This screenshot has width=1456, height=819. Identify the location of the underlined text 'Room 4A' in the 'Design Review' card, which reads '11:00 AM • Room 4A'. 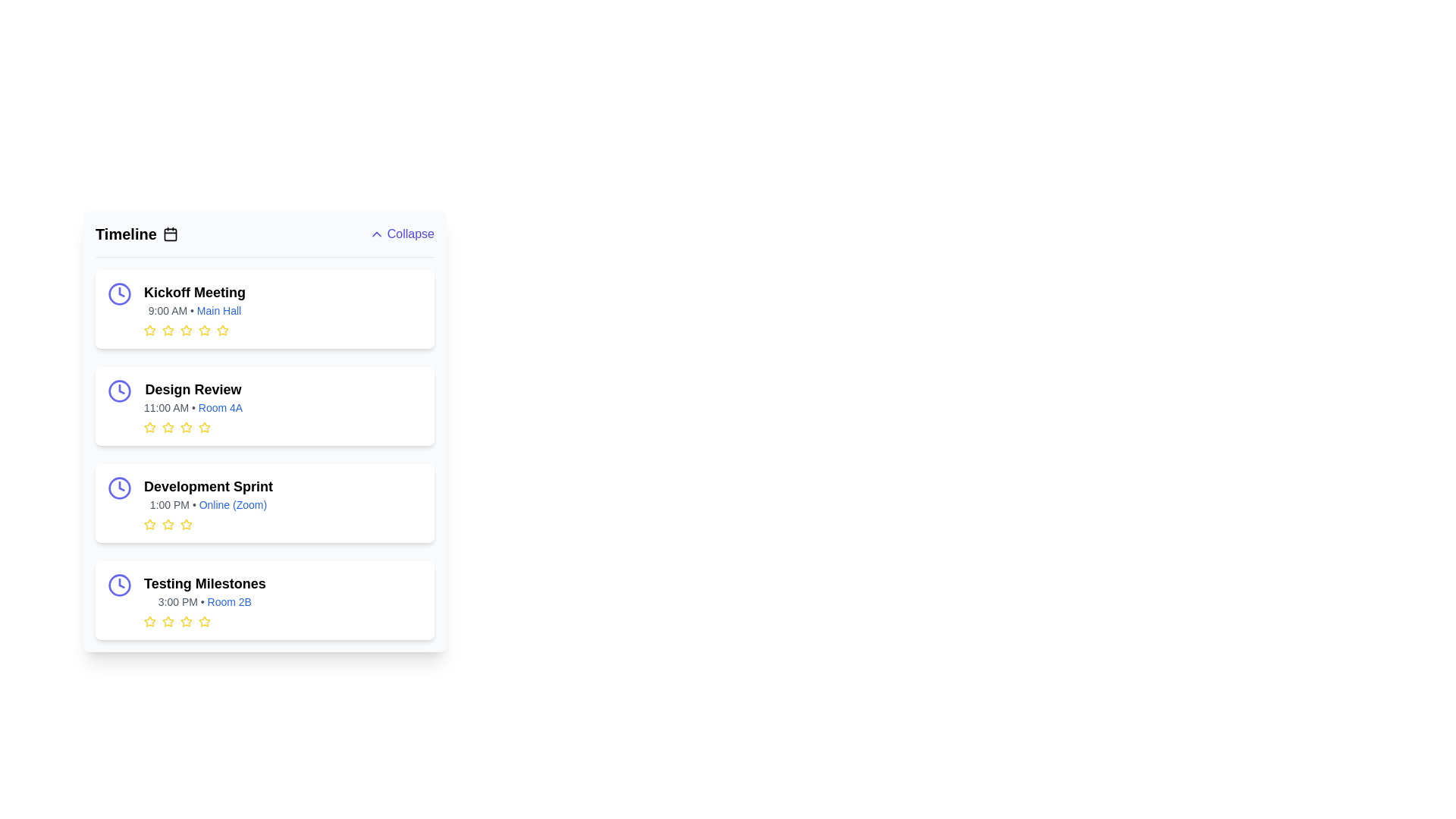
(193, 406).